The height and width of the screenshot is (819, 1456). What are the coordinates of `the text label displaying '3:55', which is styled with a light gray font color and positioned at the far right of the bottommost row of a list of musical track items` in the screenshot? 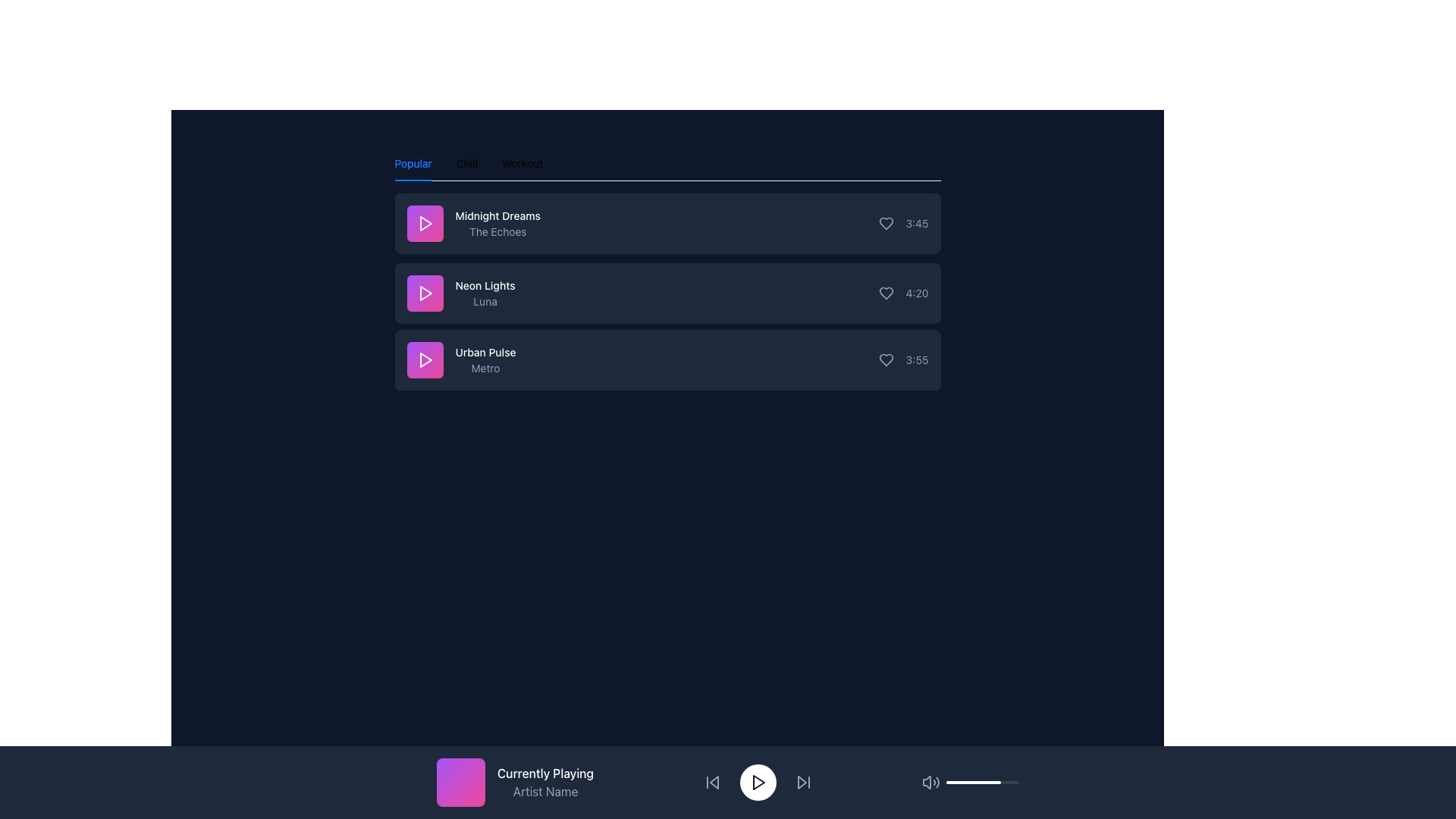 It's located at (916, 359).